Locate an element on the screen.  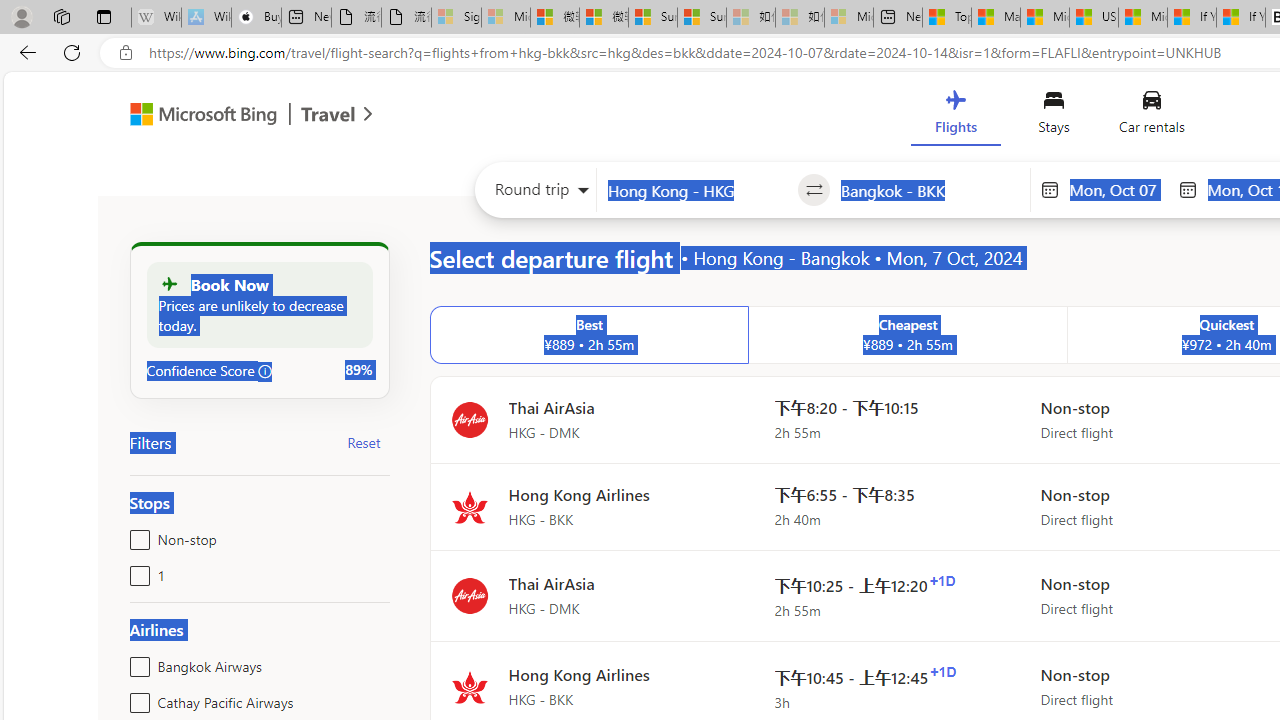
'Leaving from?' is located at coordinates (697, 190).